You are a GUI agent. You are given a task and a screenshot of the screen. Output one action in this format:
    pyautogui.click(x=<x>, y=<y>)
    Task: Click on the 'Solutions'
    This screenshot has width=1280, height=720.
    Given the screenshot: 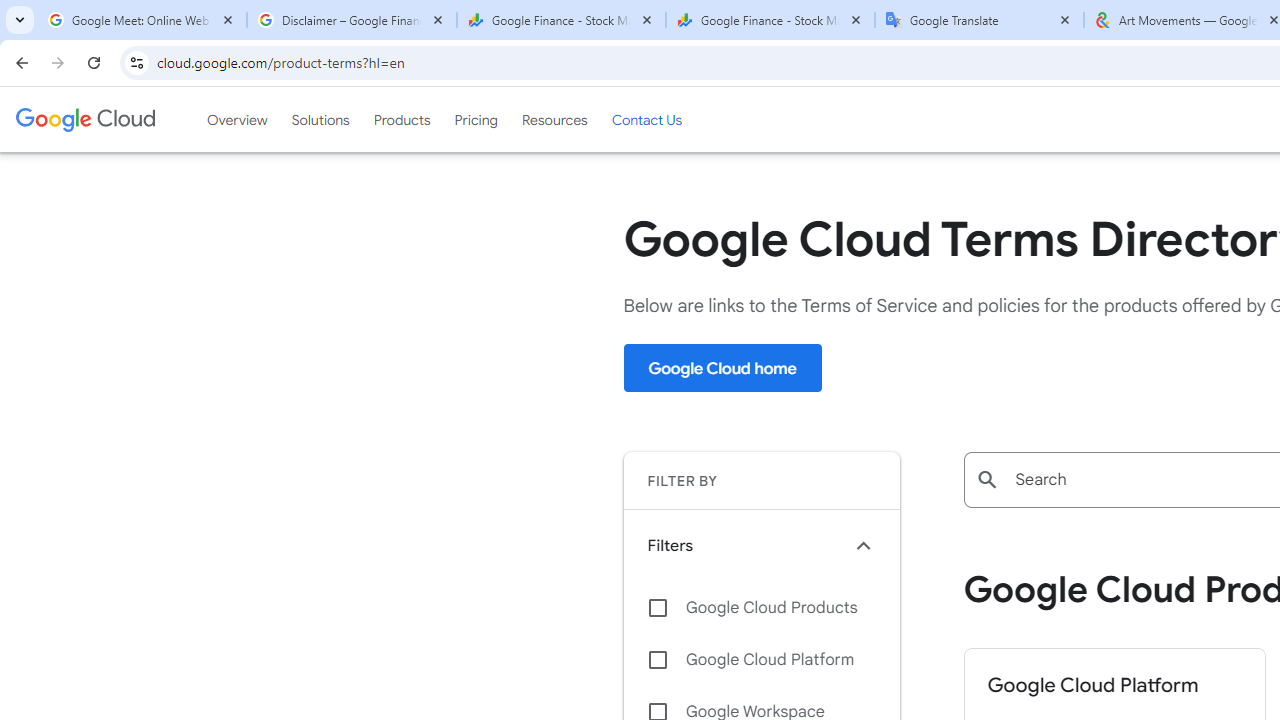 What is the action you would take?
    pyautogui.click(x=320, y=119)
    